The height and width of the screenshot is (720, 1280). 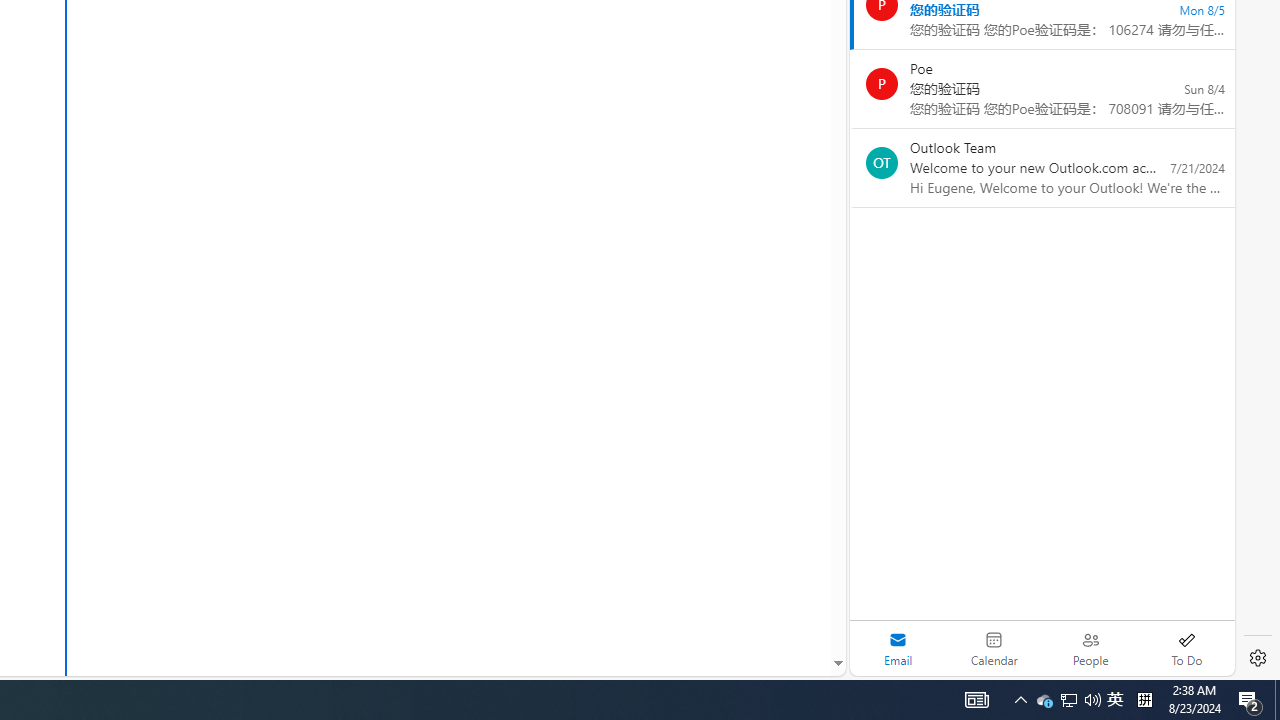 What do you see at coordinates (897, 648) in the screenshot?
I see `'Selected mail module'` at bounding box center [897, 648].